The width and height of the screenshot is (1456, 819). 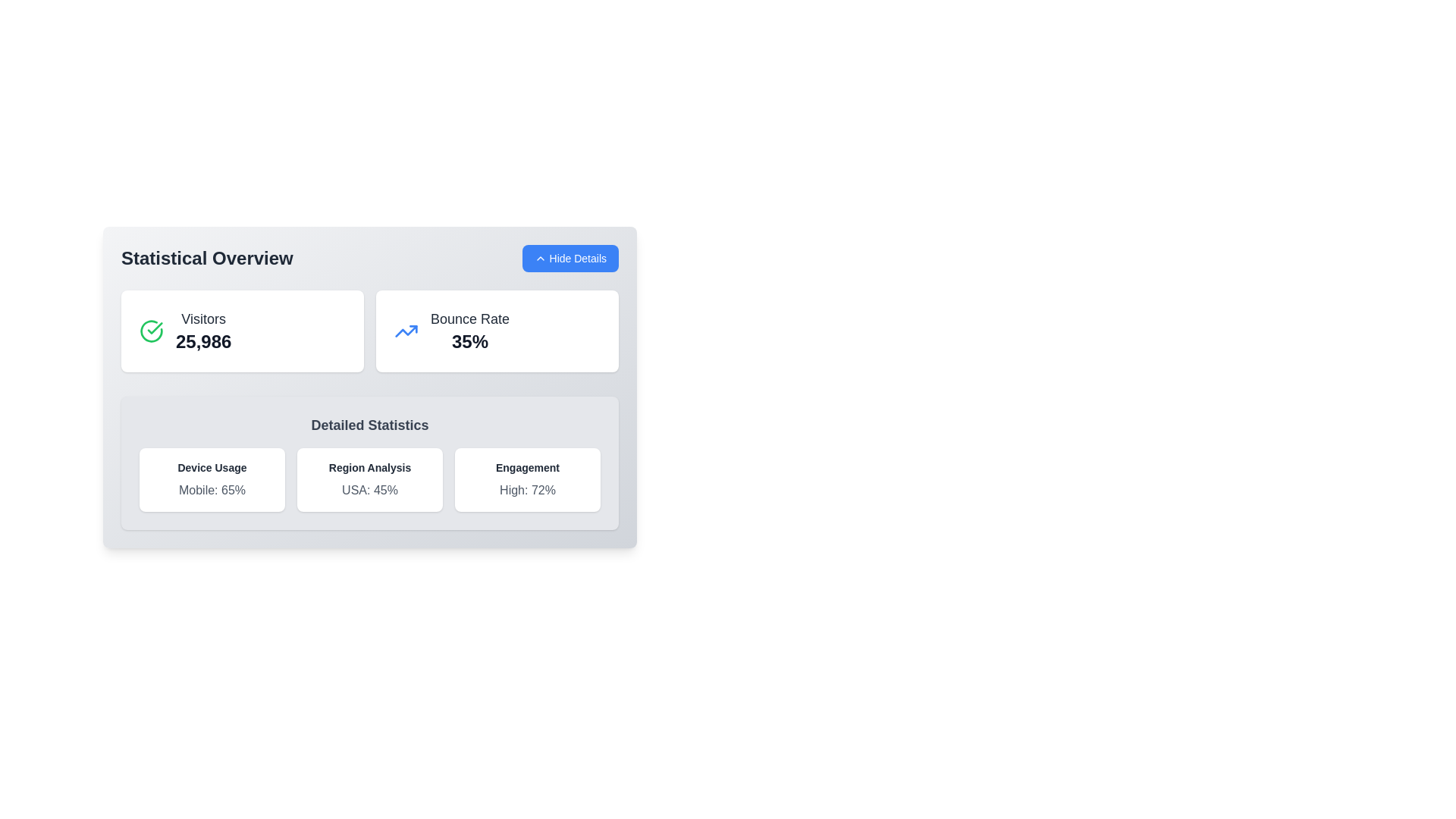 I want to click on the small upward-pointing triangular icon on the left side of the 'Hide Details' button, which has a blue background and white text, located in the top-right corner of the card, so click(x=540, y=257).